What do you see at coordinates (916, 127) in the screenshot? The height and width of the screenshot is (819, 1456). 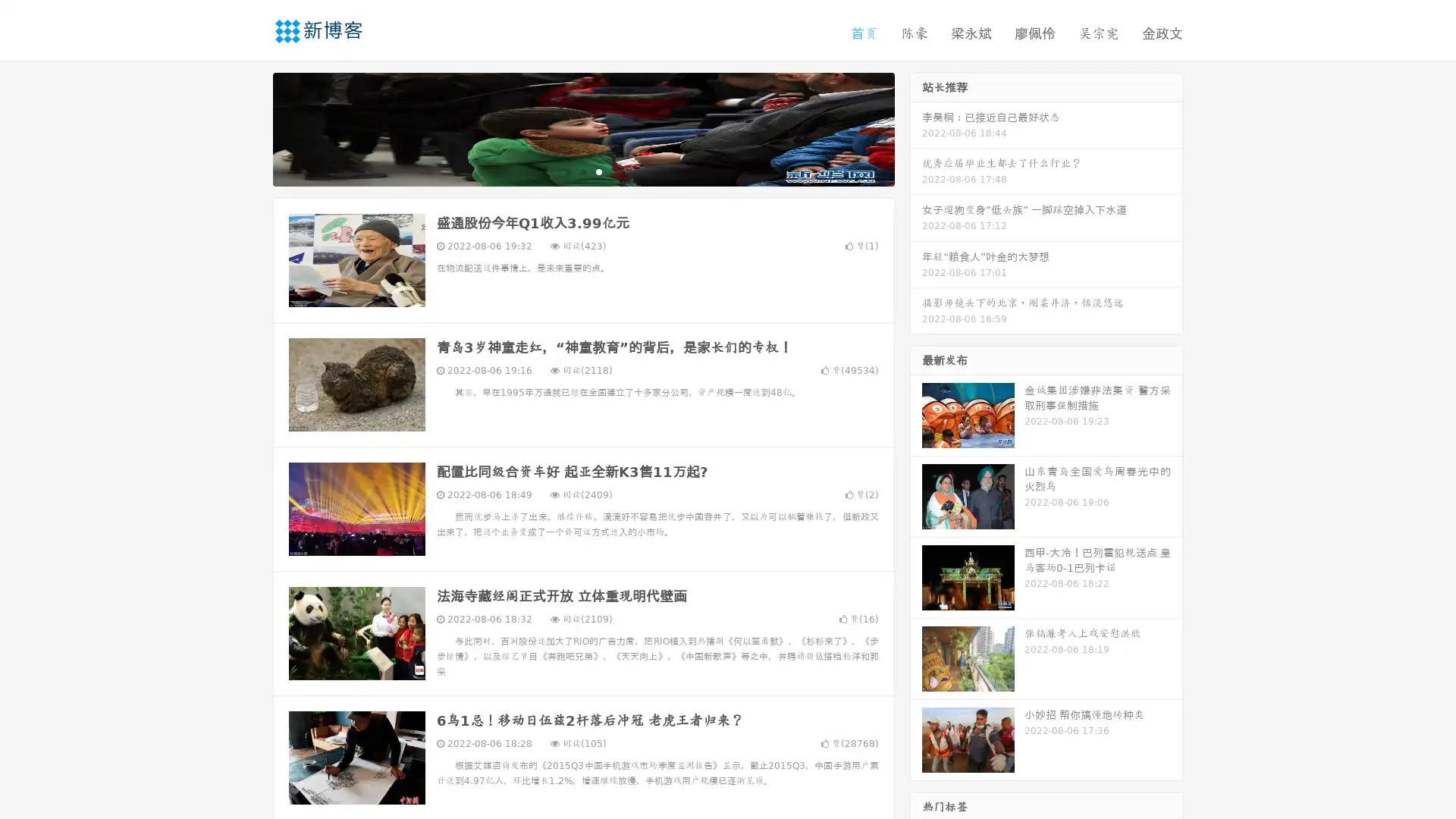 I see `Next slide` at bounding box center [916, 127].